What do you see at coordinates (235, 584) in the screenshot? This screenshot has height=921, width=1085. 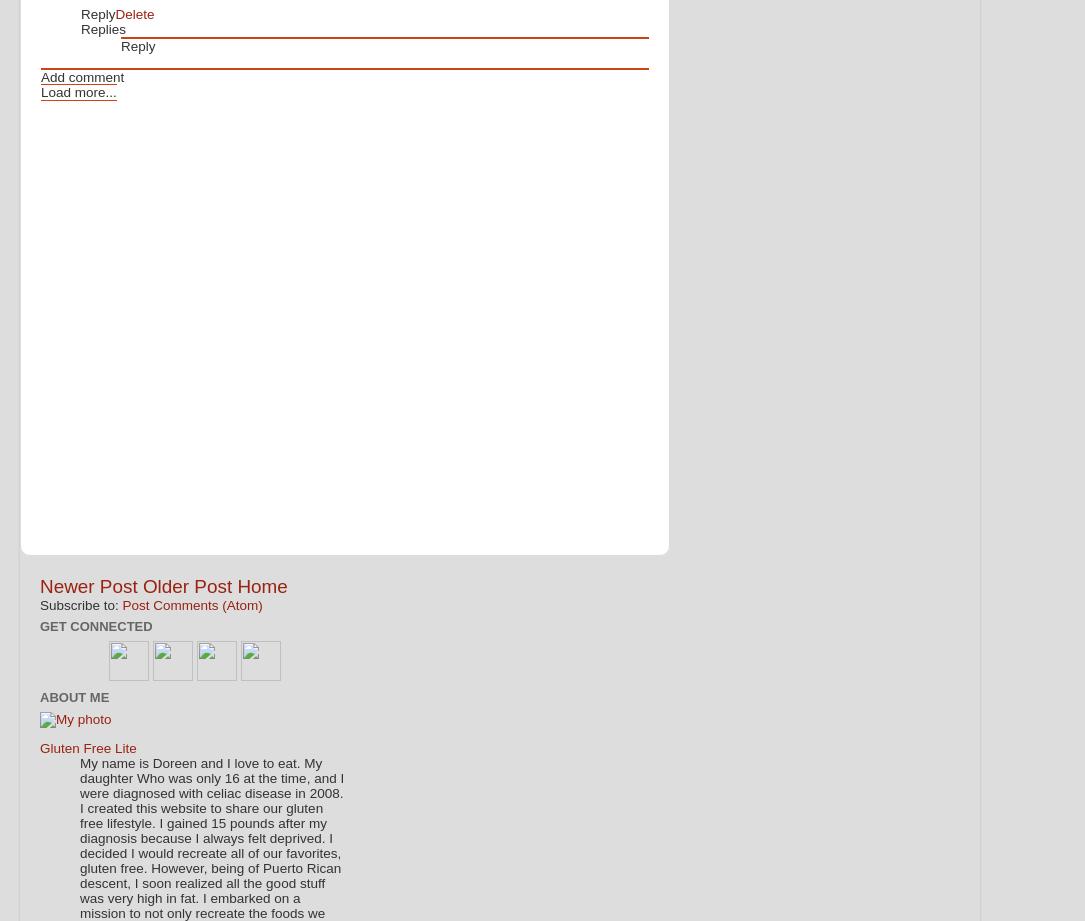 I see `'Home'` at bounding box center [235, 584].